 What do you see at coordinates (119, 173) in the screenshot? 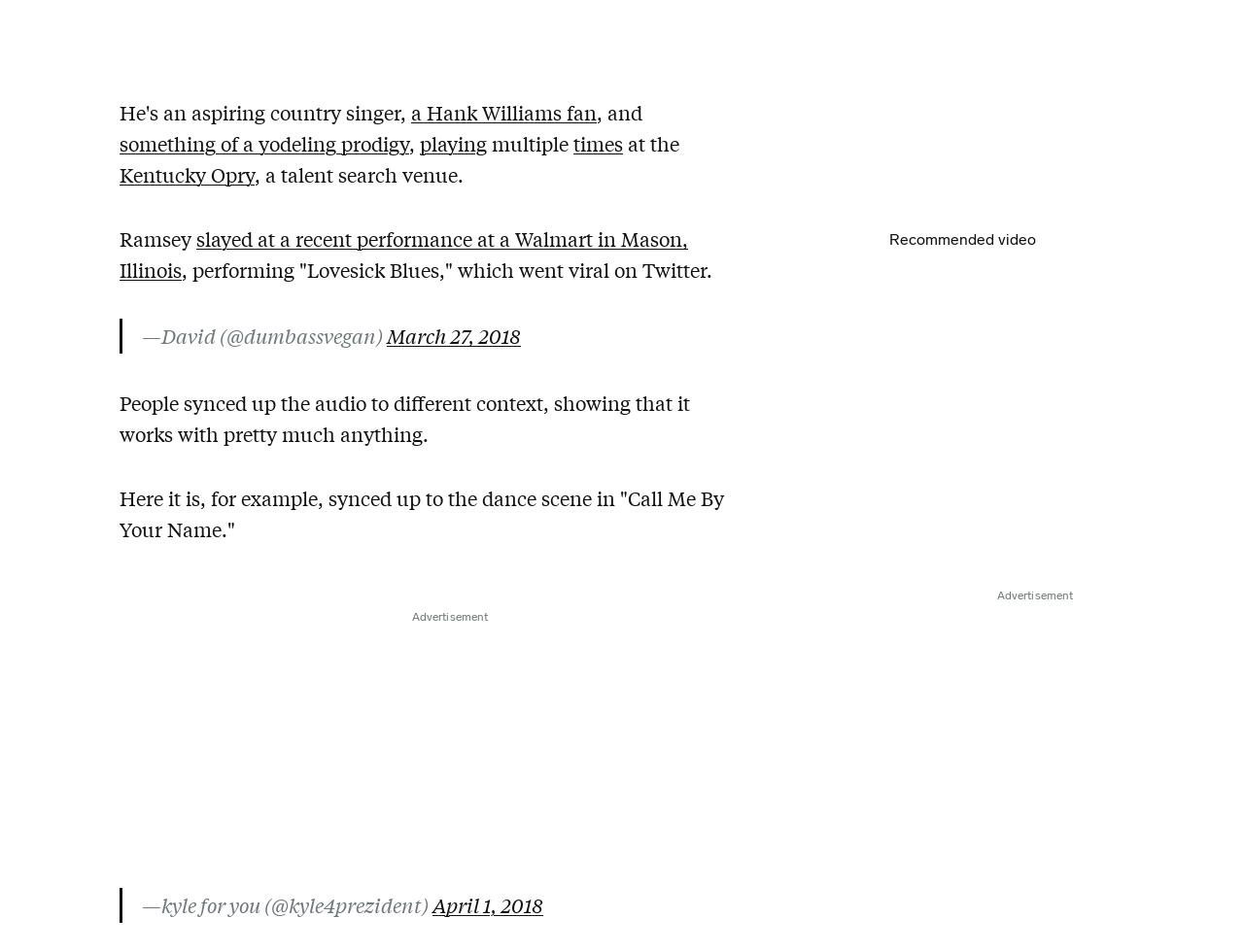
I see `'Kentucky Opry'` at bounding box center [119, 173].